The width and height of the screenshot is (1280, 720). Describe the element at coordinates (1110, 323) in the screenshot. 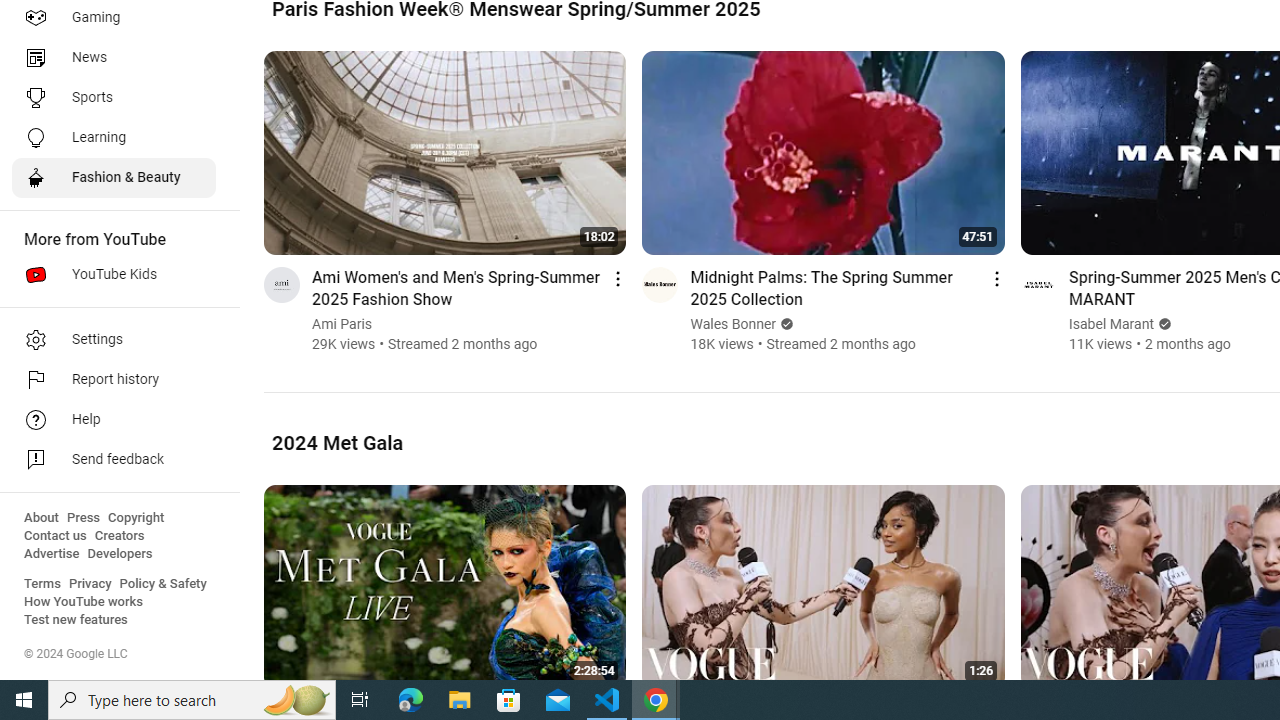

I see `'Isabel Marant'` at that location.